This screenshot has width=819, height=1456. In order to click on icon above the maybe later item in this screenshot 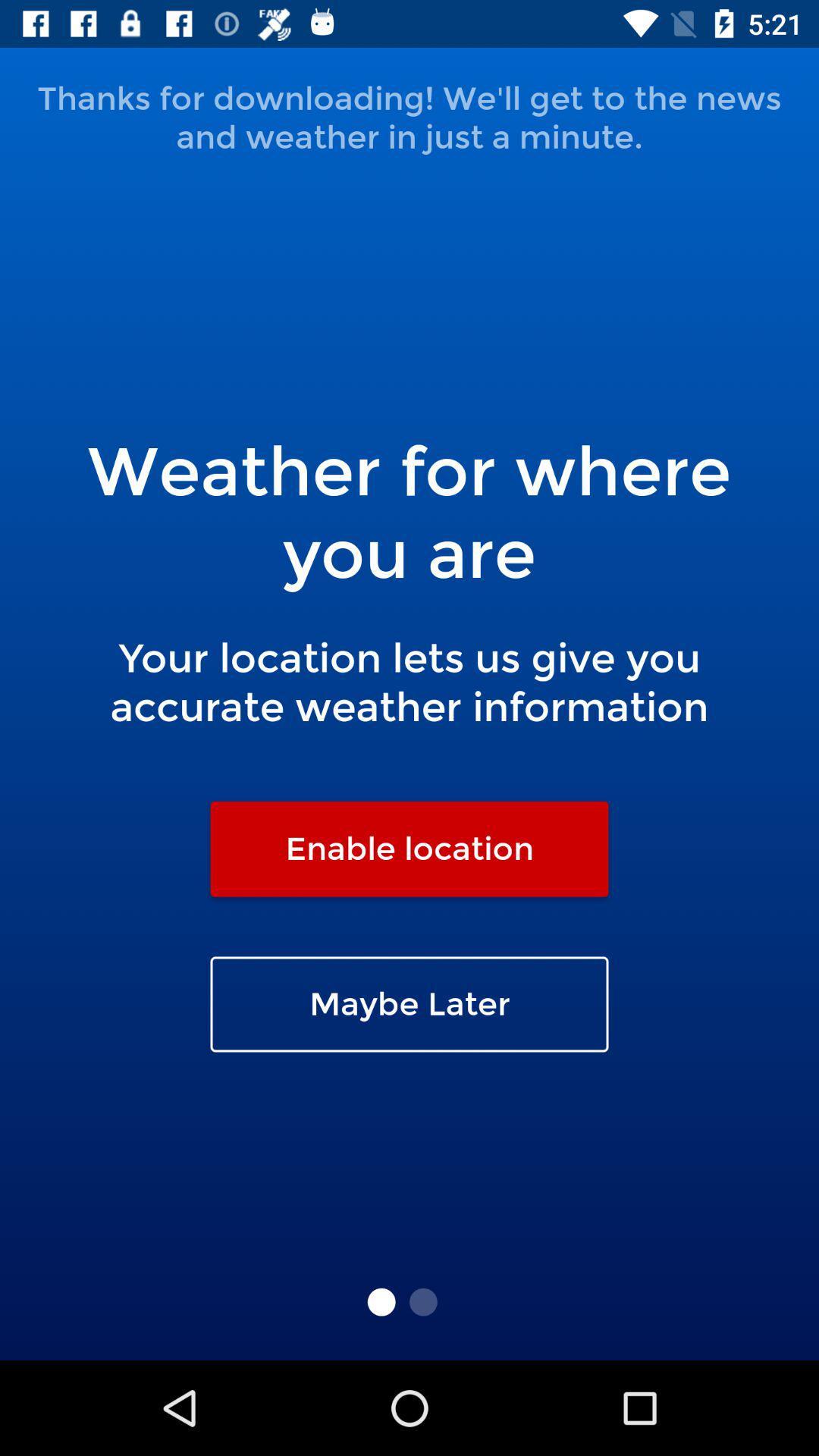, I will do `click(409, 848)`.